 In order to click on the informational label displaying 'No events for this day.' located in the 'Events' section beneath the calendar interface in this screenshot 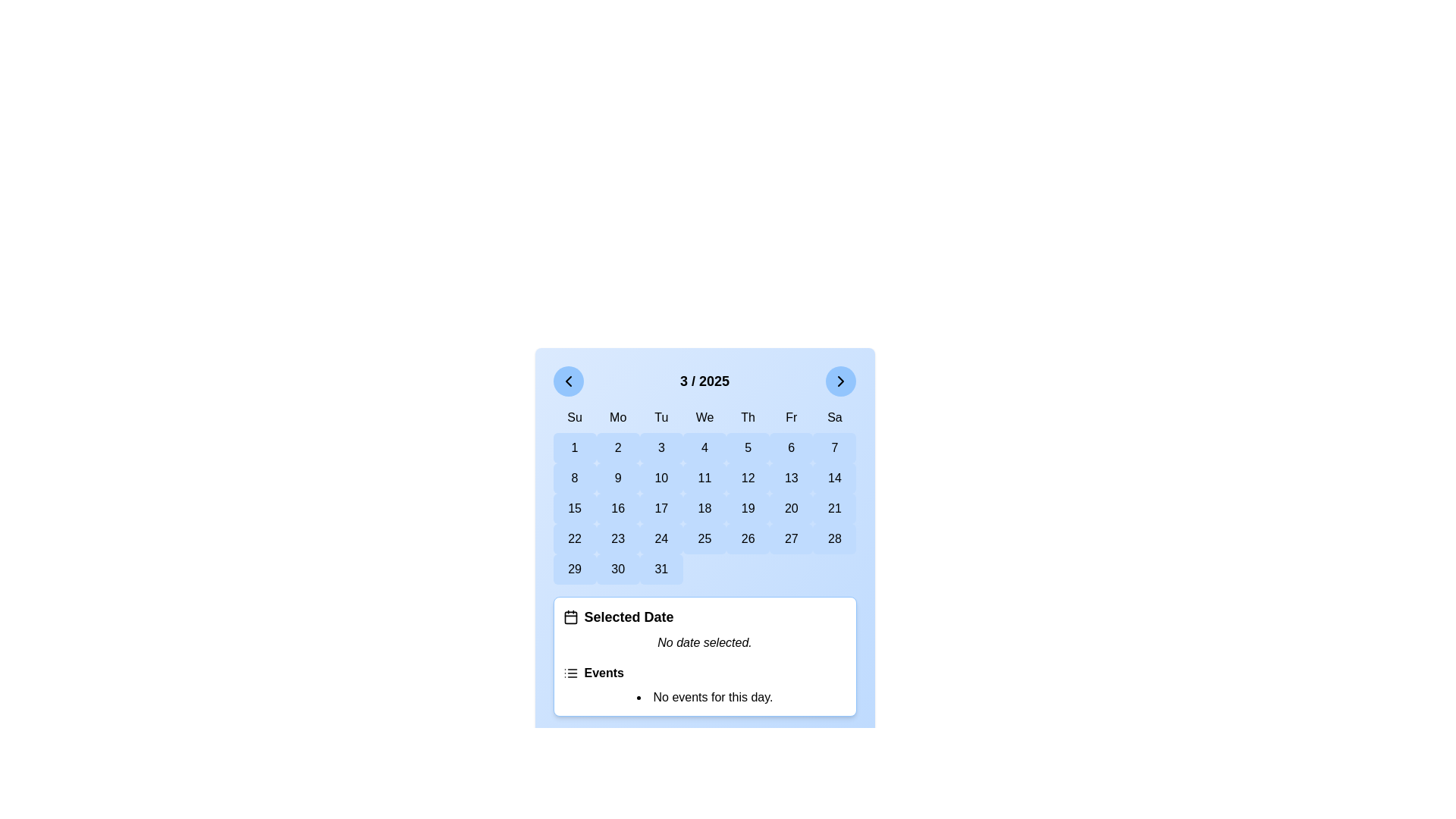, I will do `click(704, 698)`.